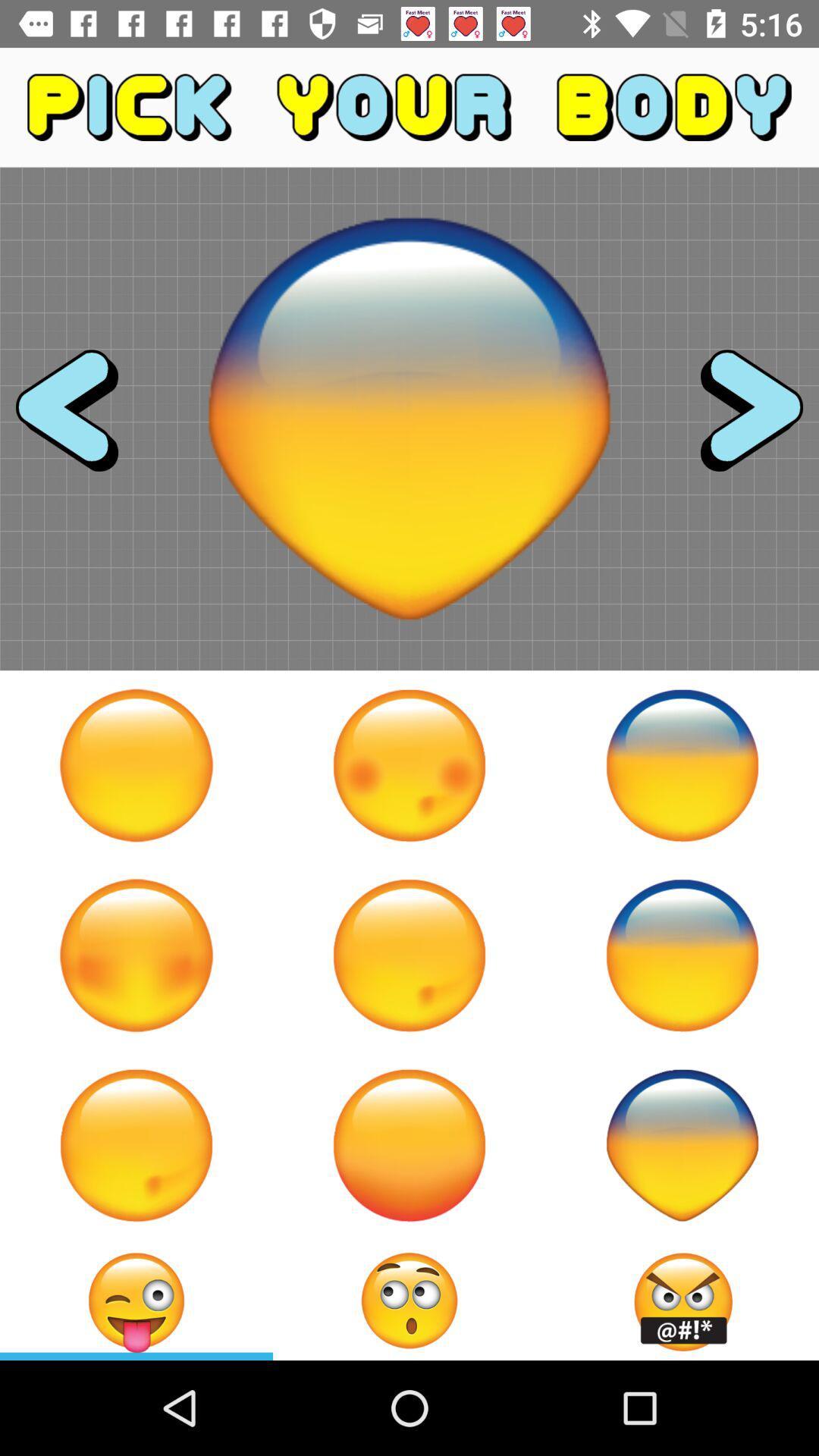 The height and width of the screenshot is (1456, 819). What do you see at coordinates (737, 419) in the screenshot?
I see `next` at bounding box center [737, 419].